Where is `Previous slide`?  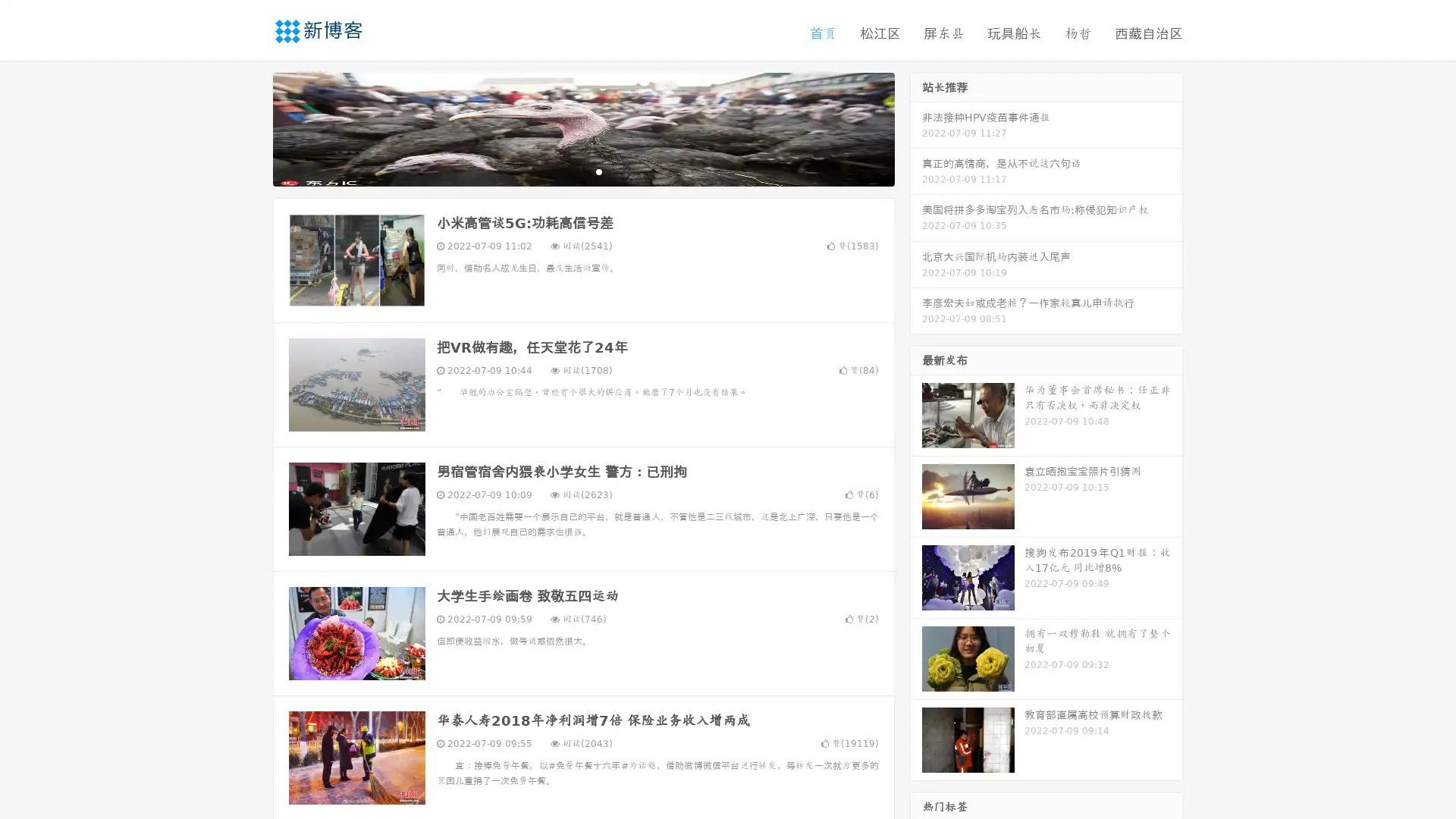
Previous slide is located at coordinates (250, 127).